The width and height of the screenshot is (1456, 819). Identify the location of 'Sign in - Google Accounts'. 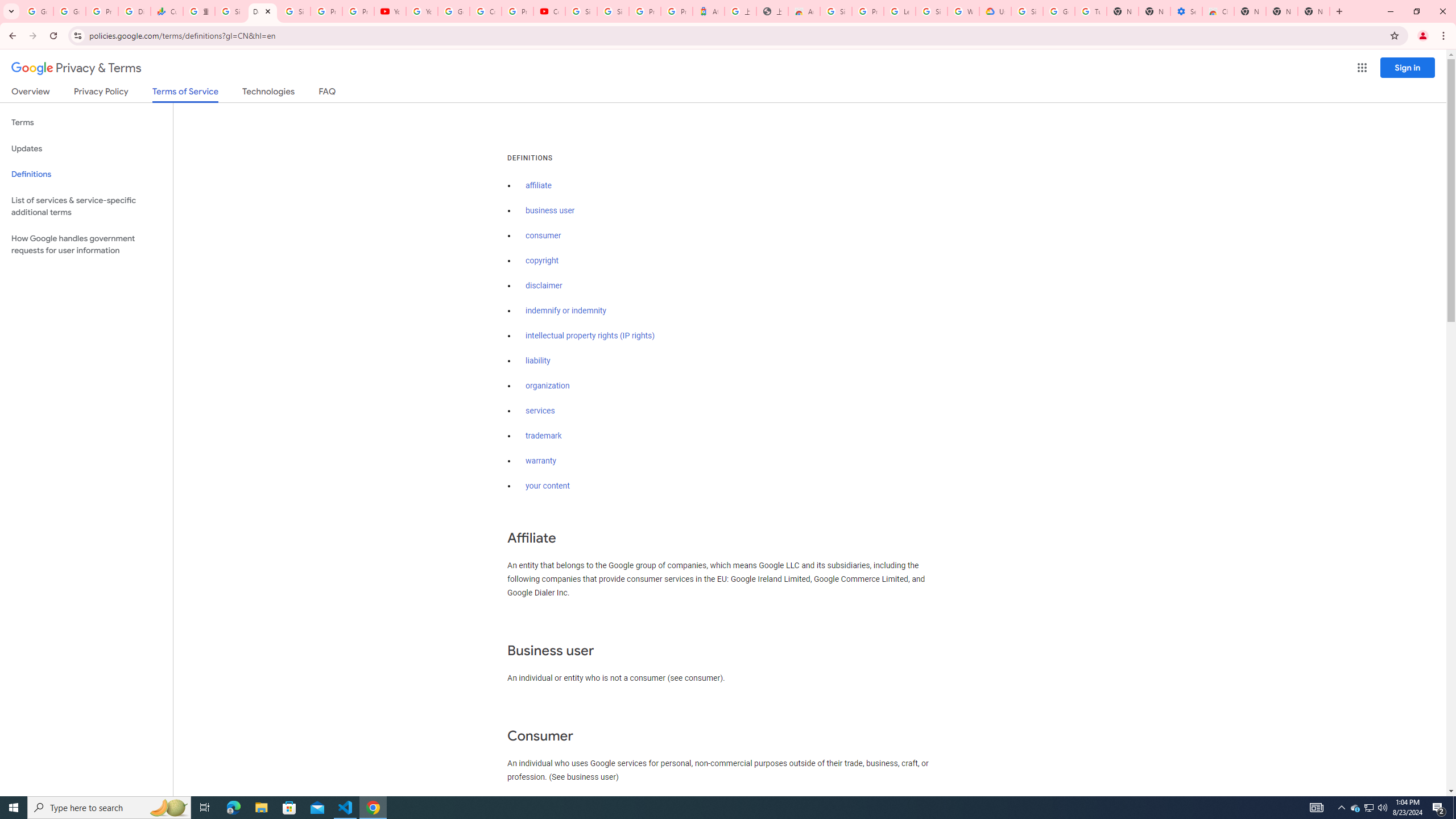
(230, 11).